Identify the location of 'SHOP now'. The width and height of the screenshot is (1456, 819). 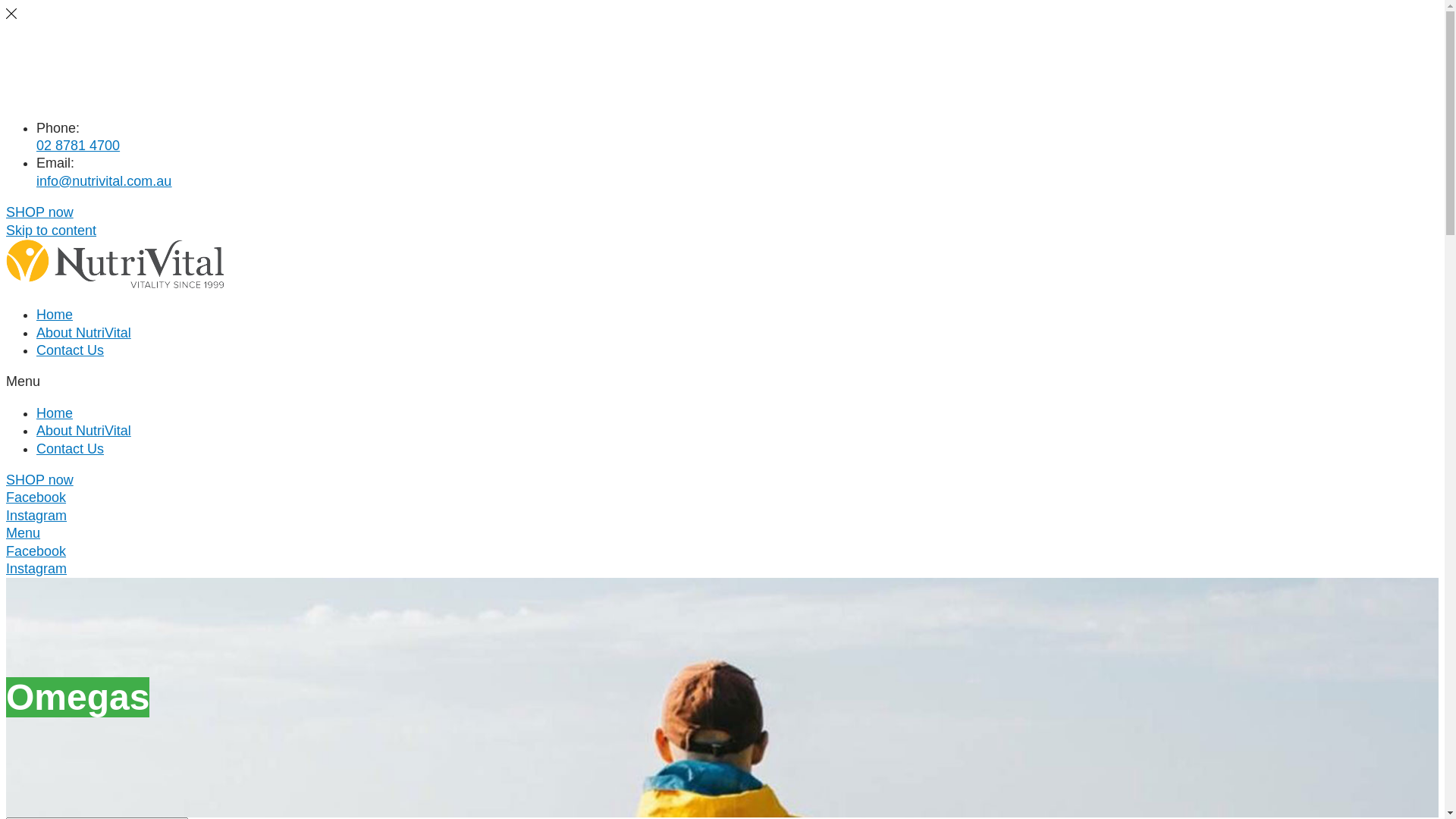
(39, 479).